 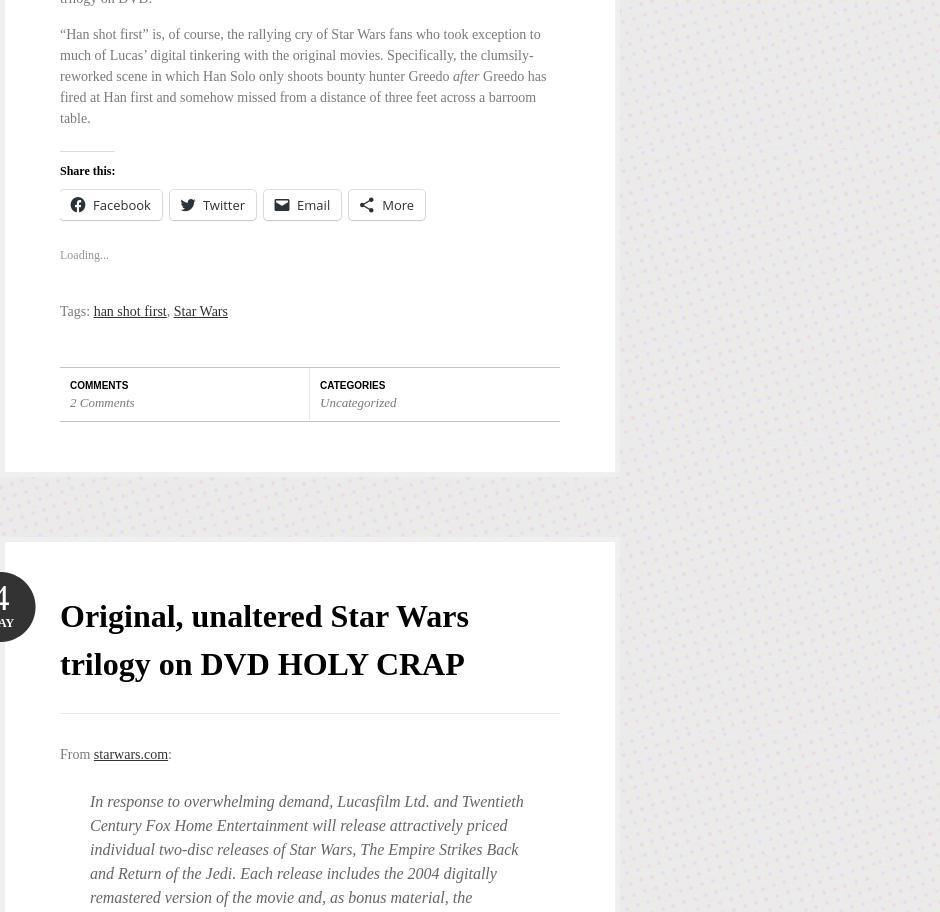 What do you see at coordinates (169, 311) in the screenshot?
I see `','` at bounding box center [169, 311].